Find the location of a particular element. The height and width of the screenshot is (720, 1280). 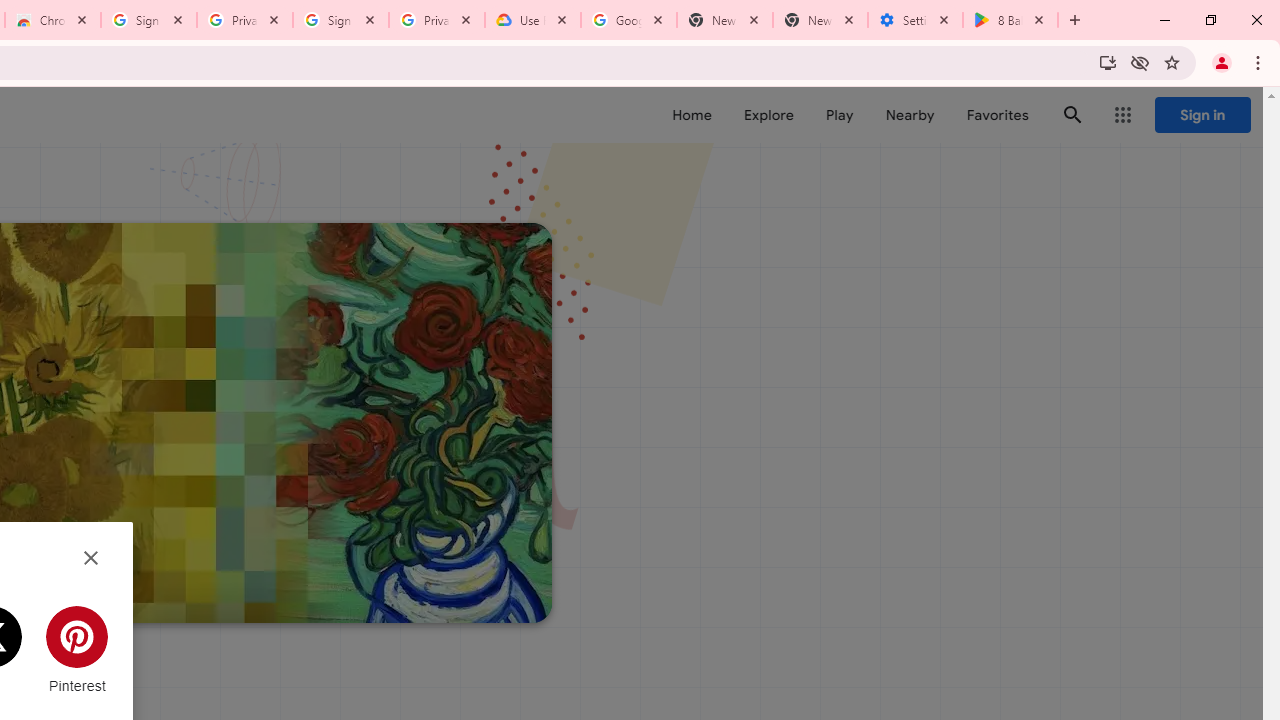

'Settings - System' is located at coordinates (914, 20).